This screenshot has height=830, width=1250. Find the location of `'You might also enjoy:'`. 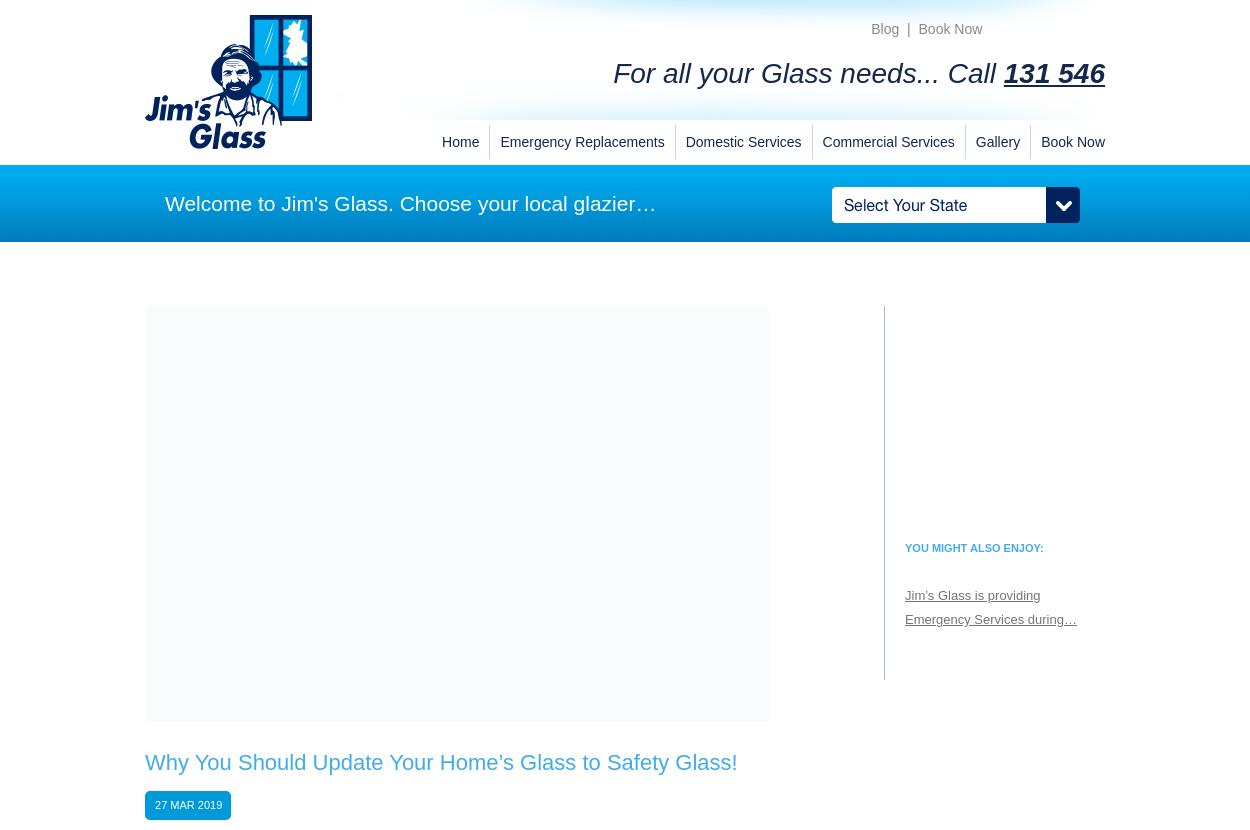

'You might also enjoy:' is located at coordinates (973, 546).